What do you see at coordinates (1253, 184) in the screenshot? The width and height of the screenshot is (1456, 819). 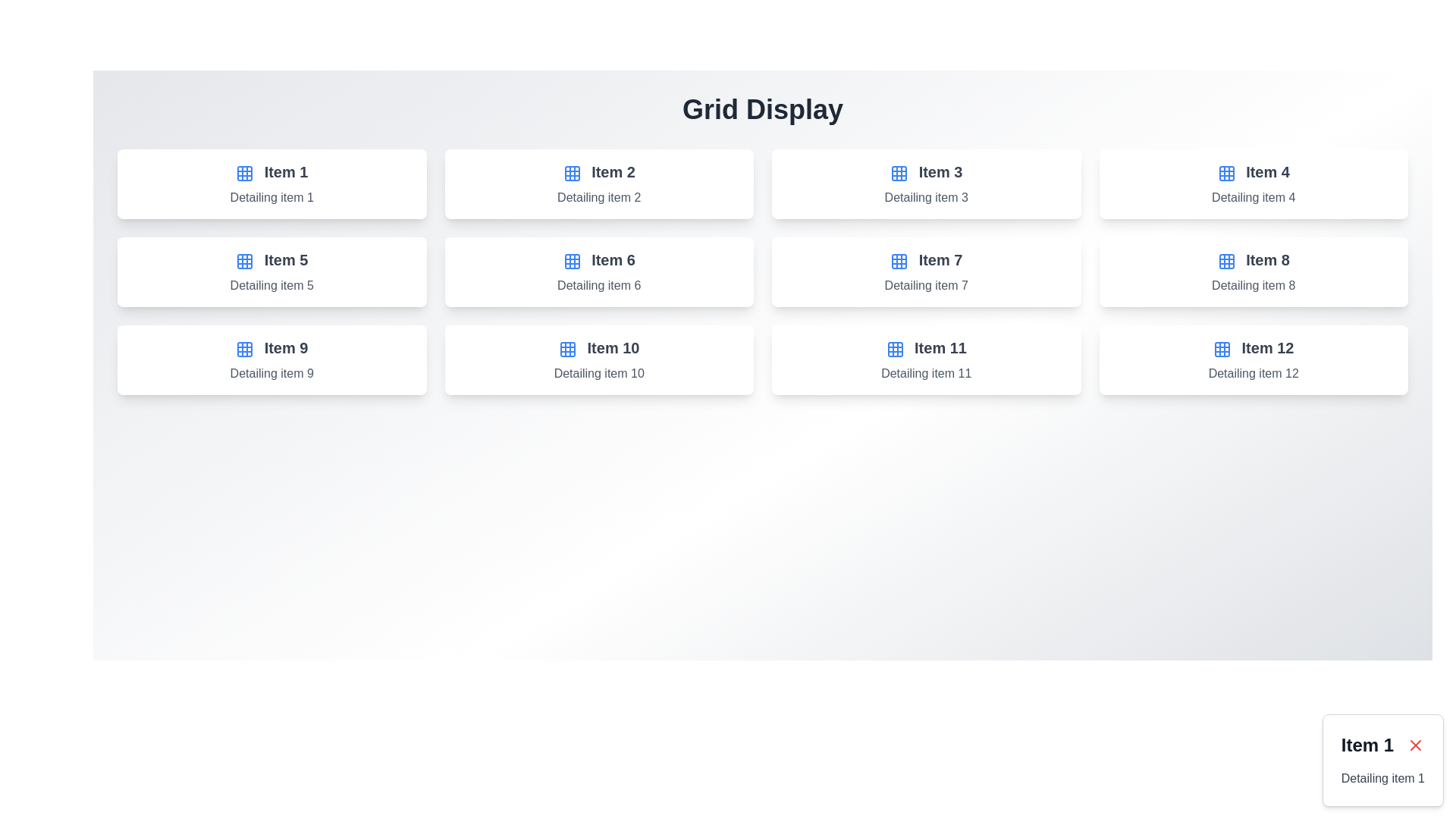 I see `visual details of the Card element displaying 'Item 4' with a grid icon, located in the first row and fourth column of the grid layout` at bounding box center [1253, 184].